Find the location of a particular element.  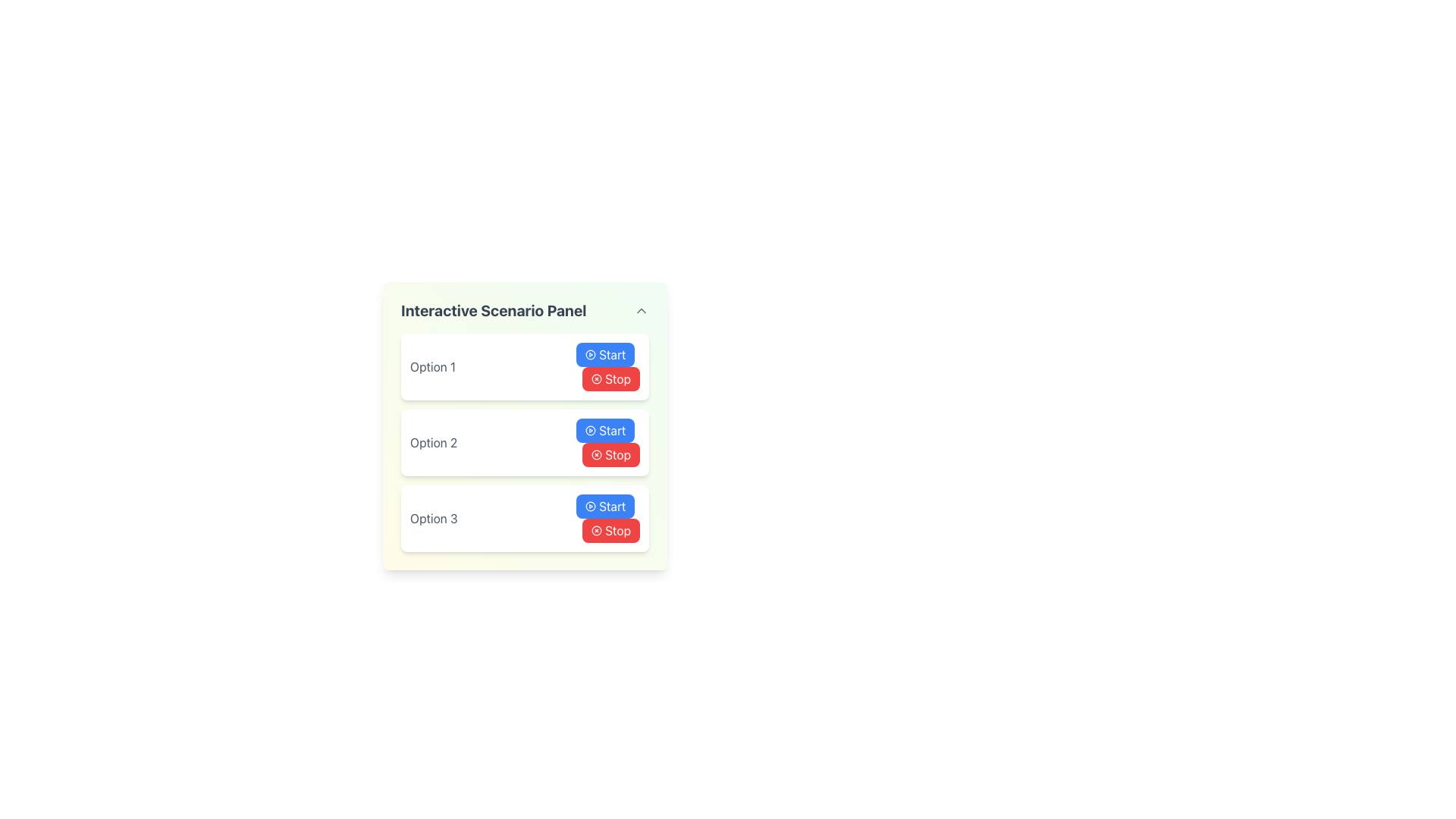

the circular 'Start' icon resembling a play button, which is blue with a white outline, located to the left of the text 'Start' in the third row of the interactive options panel is located at coordinates (590, 506).